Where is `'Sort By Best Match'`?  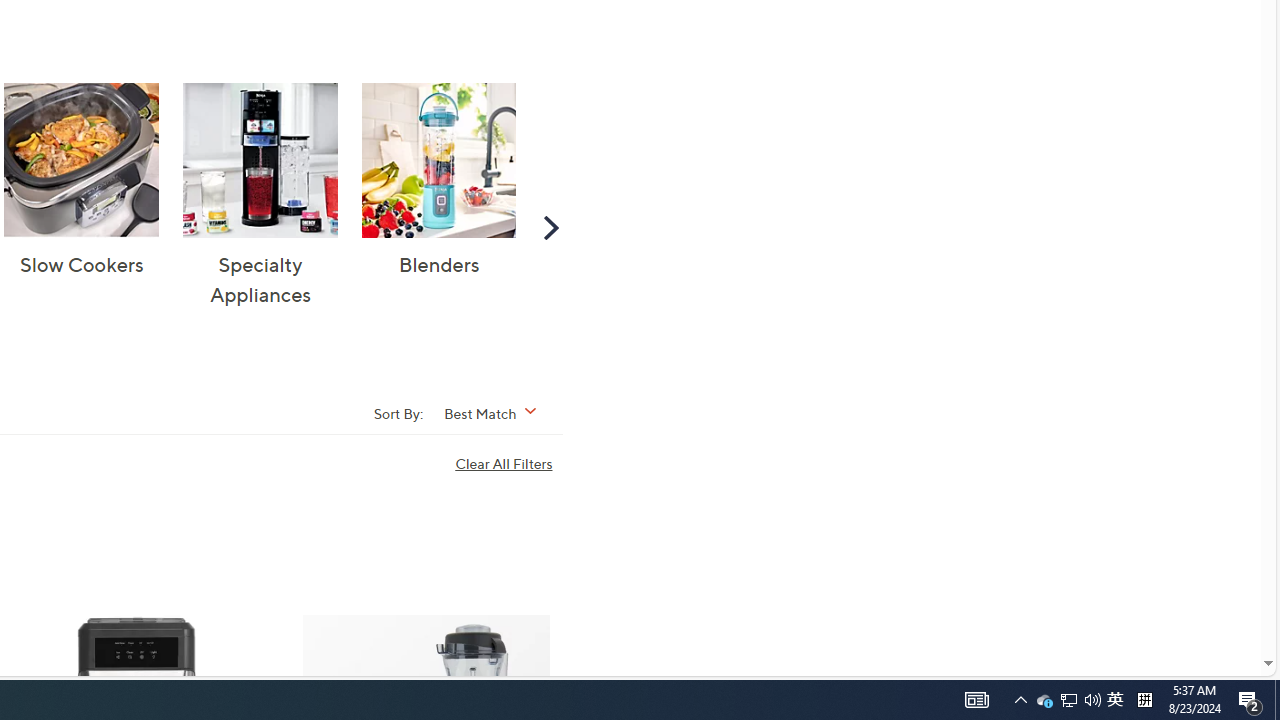
'Sort By Best Match' is located at coordinates (497, 411).